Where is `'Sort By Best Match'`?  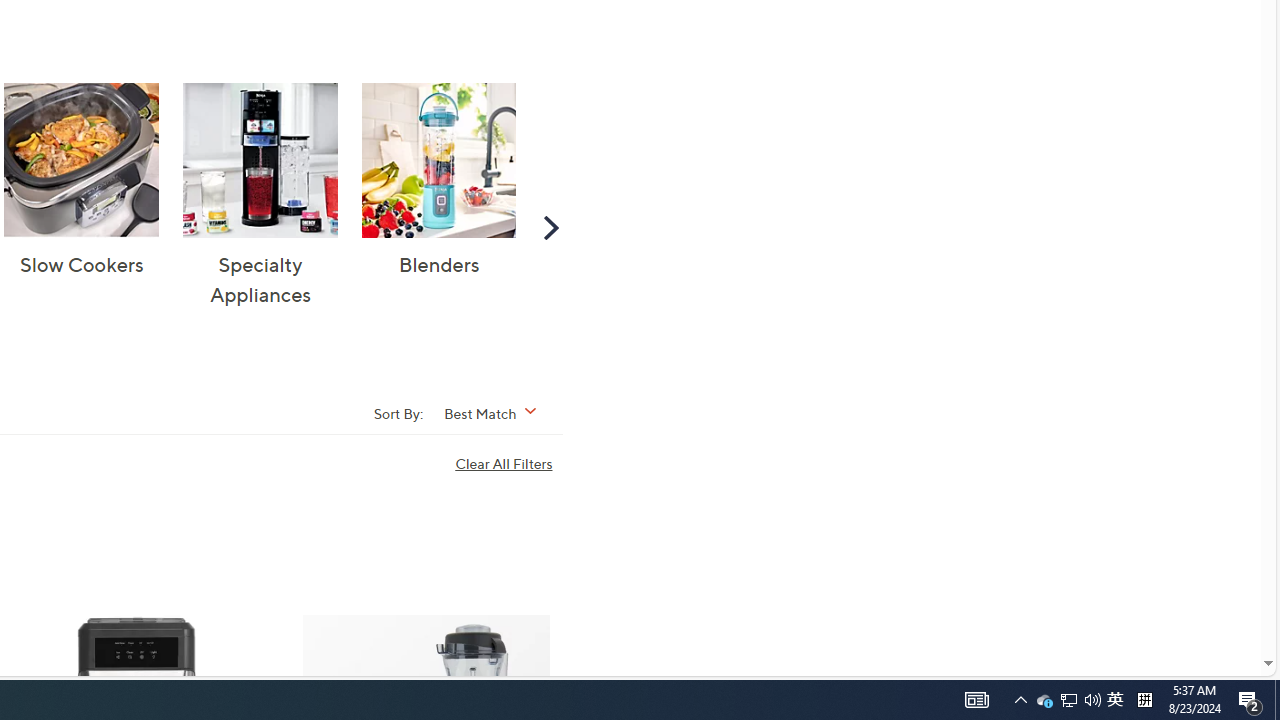
'Sort By Best Match' is located at coordinates (497, 411).